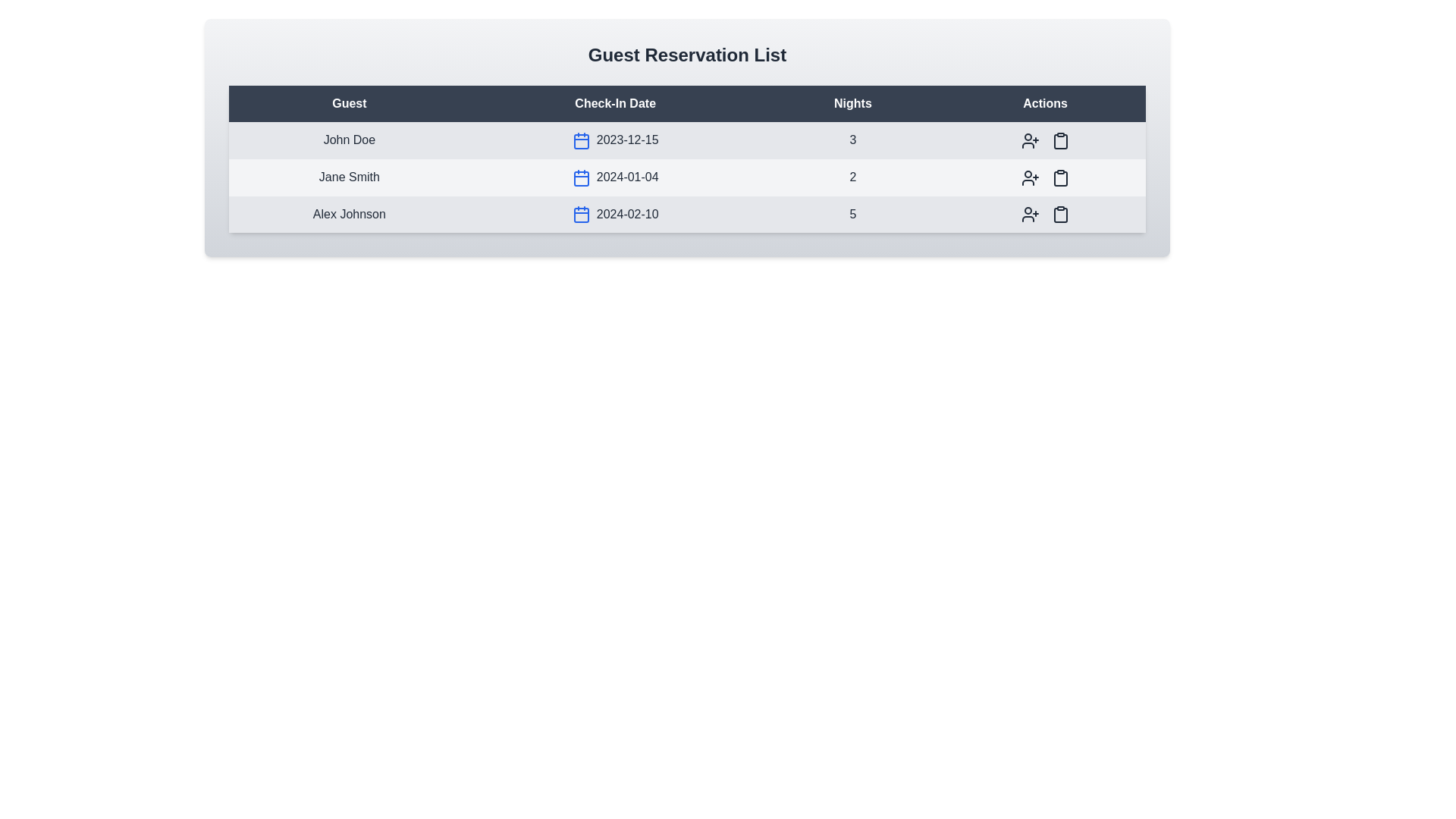  What do you see at coordinates (852, 177) in the screenshot?
I see `the 'Nights' data display for 'Jane Smith' in the second row of the table` at bounding box center [852, 177].